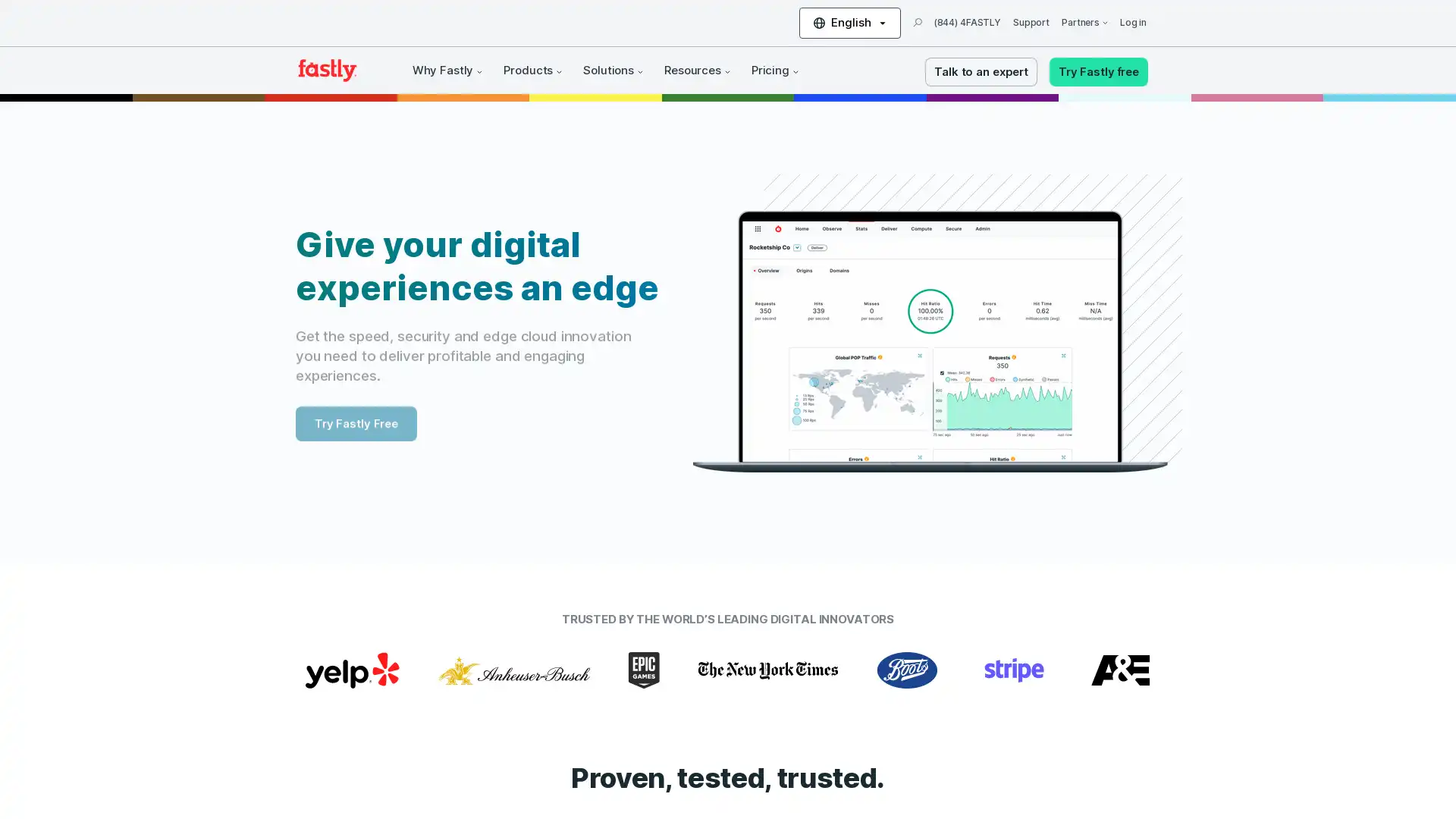 This screenshot has height=819, width=1456. I want to click on Yes, so click(154, 721).